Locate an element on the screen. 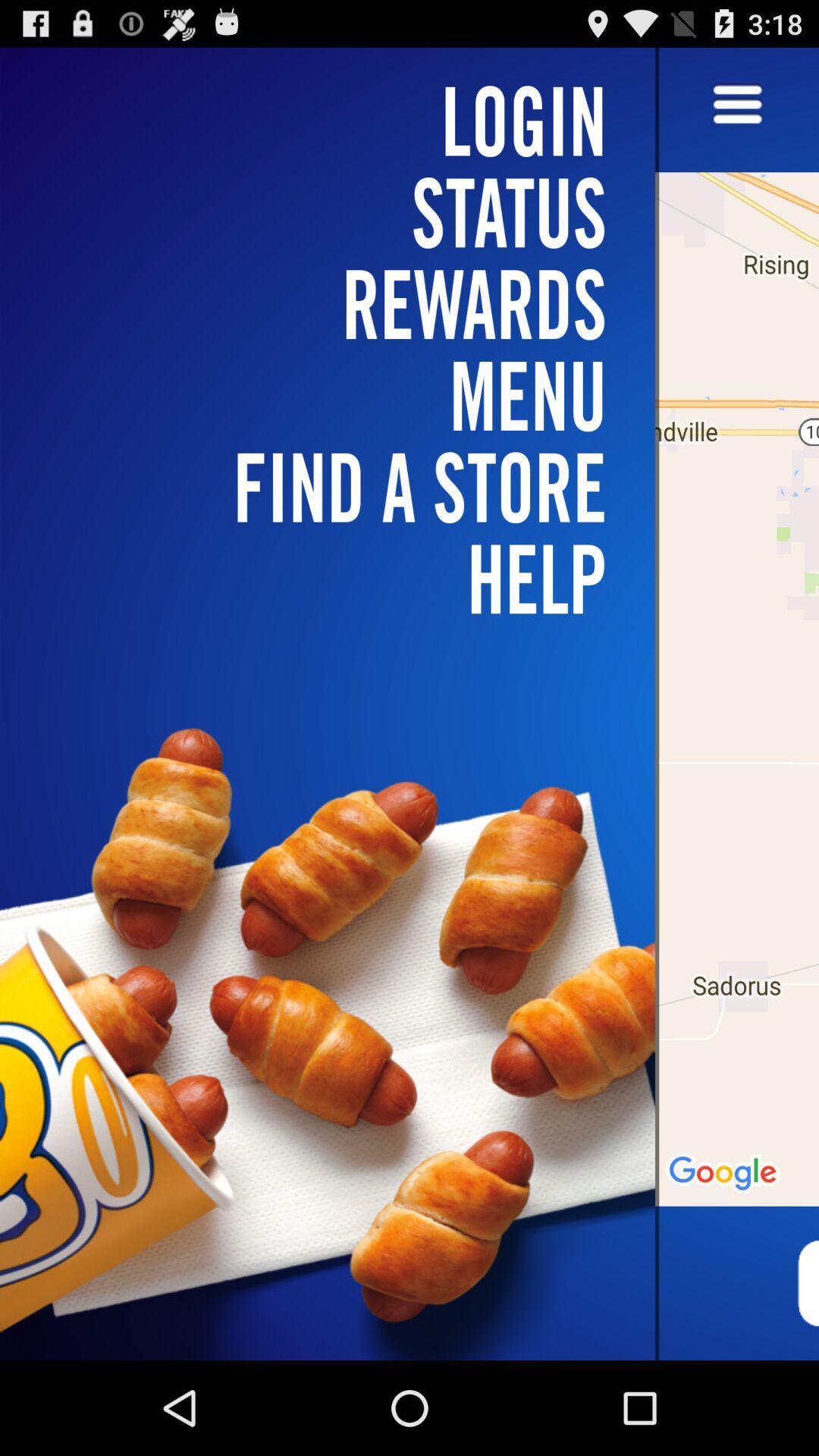  the menu icon is located at coordinates (736, 112).